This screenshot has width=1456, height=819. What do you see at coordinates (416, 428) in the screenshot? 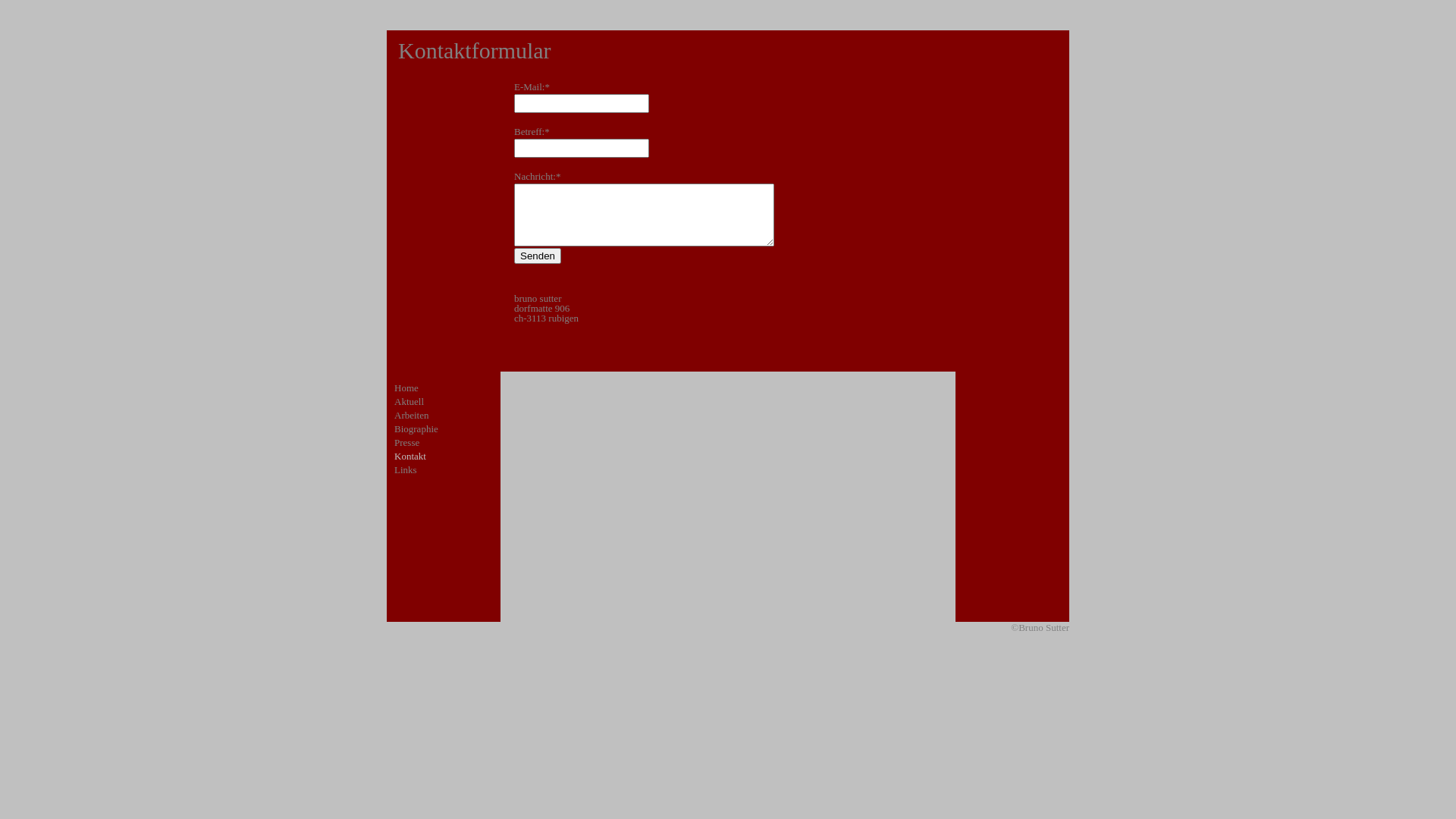
I see `'Biographie'` at bounding box center [416, 428].